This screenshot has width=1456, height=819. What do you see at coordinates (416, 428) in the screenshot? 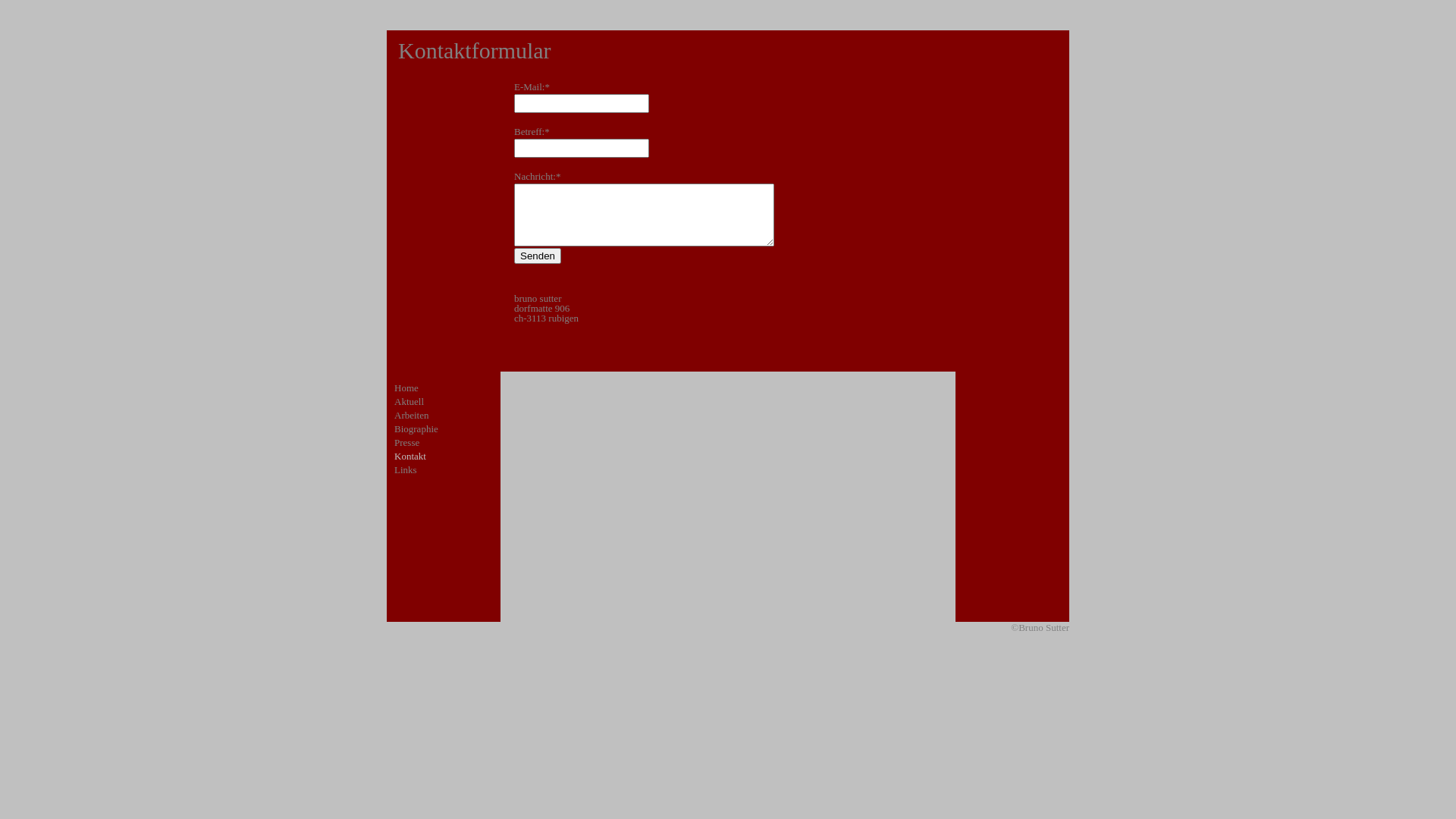
I see `'Biographie'` at bounding box center [416, 428].